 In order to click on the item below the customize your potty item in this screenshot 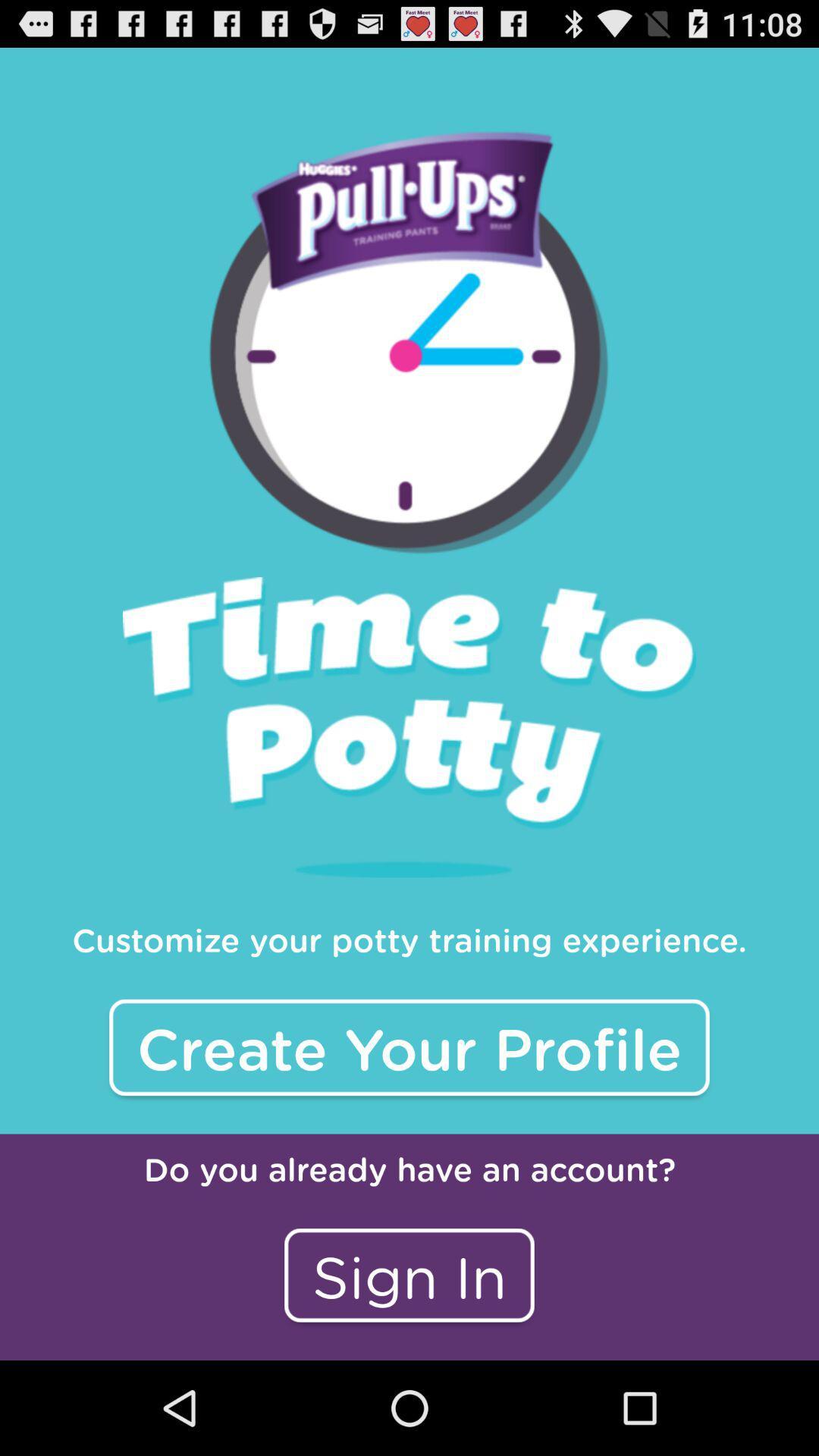, I will do `click(409, 1046)`.